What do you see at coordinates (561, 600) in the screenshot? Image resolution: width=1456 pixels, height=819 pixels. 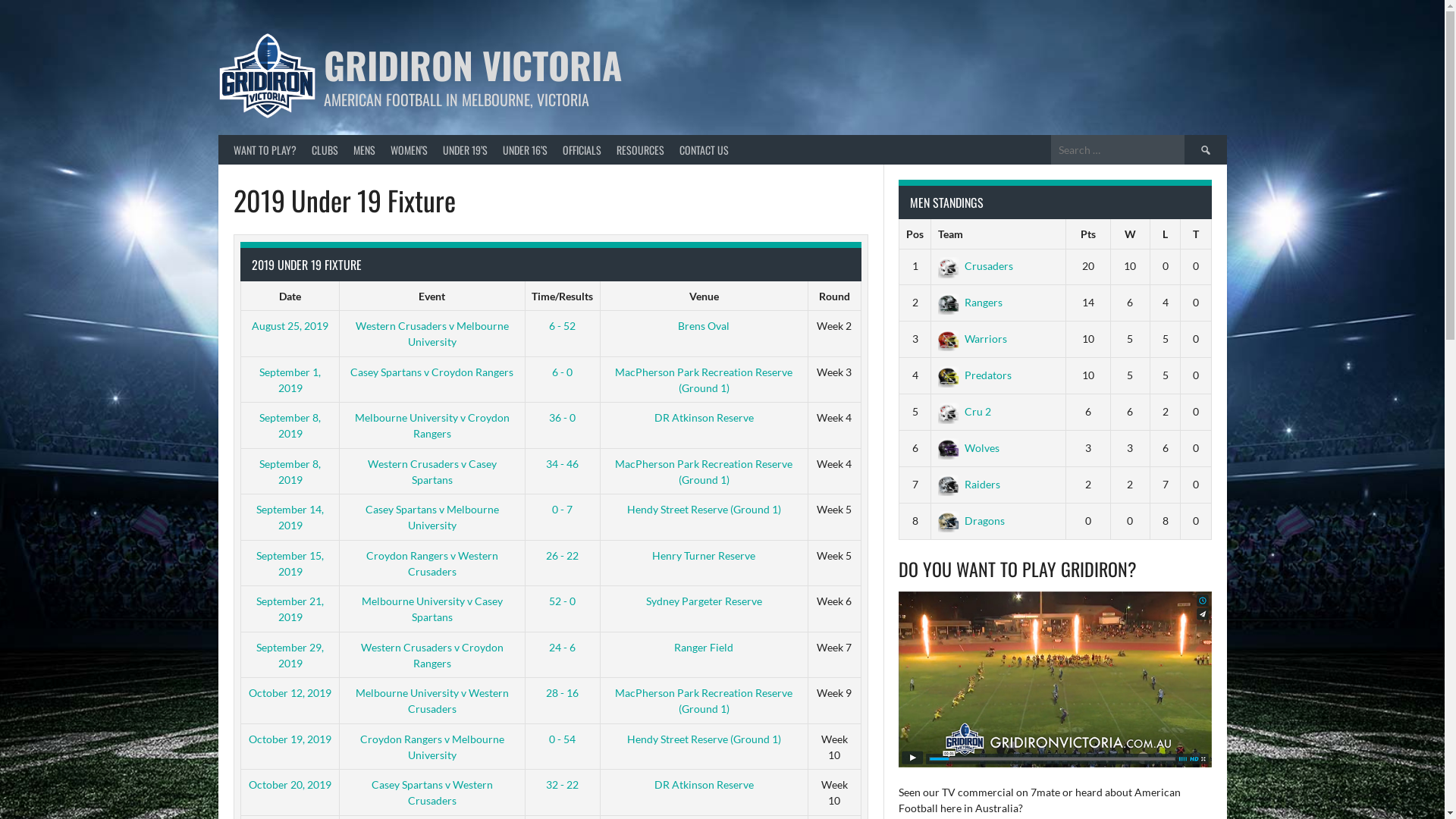 I see `'52 - 0'` at bounding box center [561, 600].